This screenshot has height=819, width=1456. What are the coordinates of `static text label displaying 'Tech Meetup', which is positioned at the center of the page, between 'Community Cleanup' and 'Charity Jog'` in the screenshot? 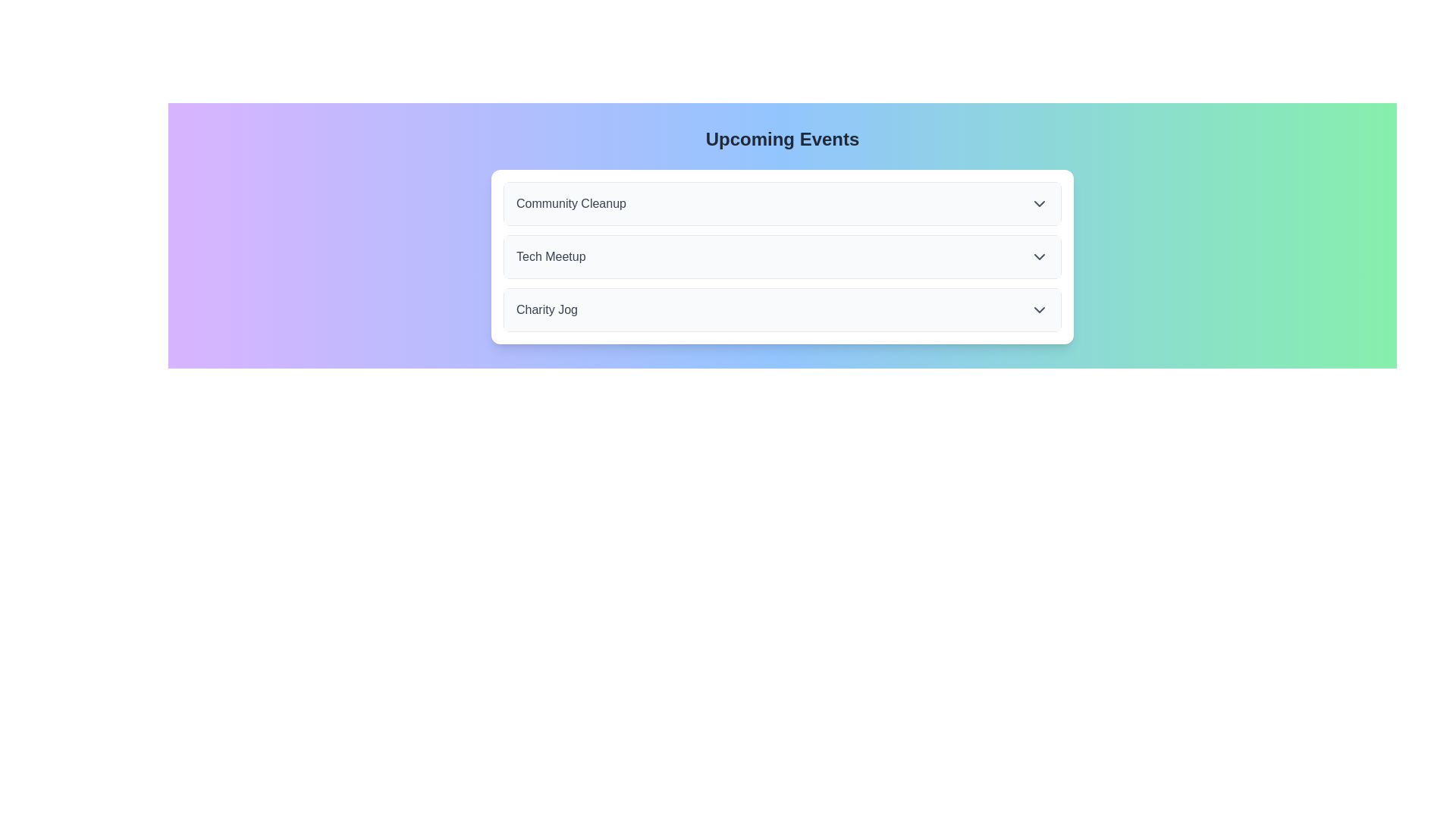 It's located at (550, 256).